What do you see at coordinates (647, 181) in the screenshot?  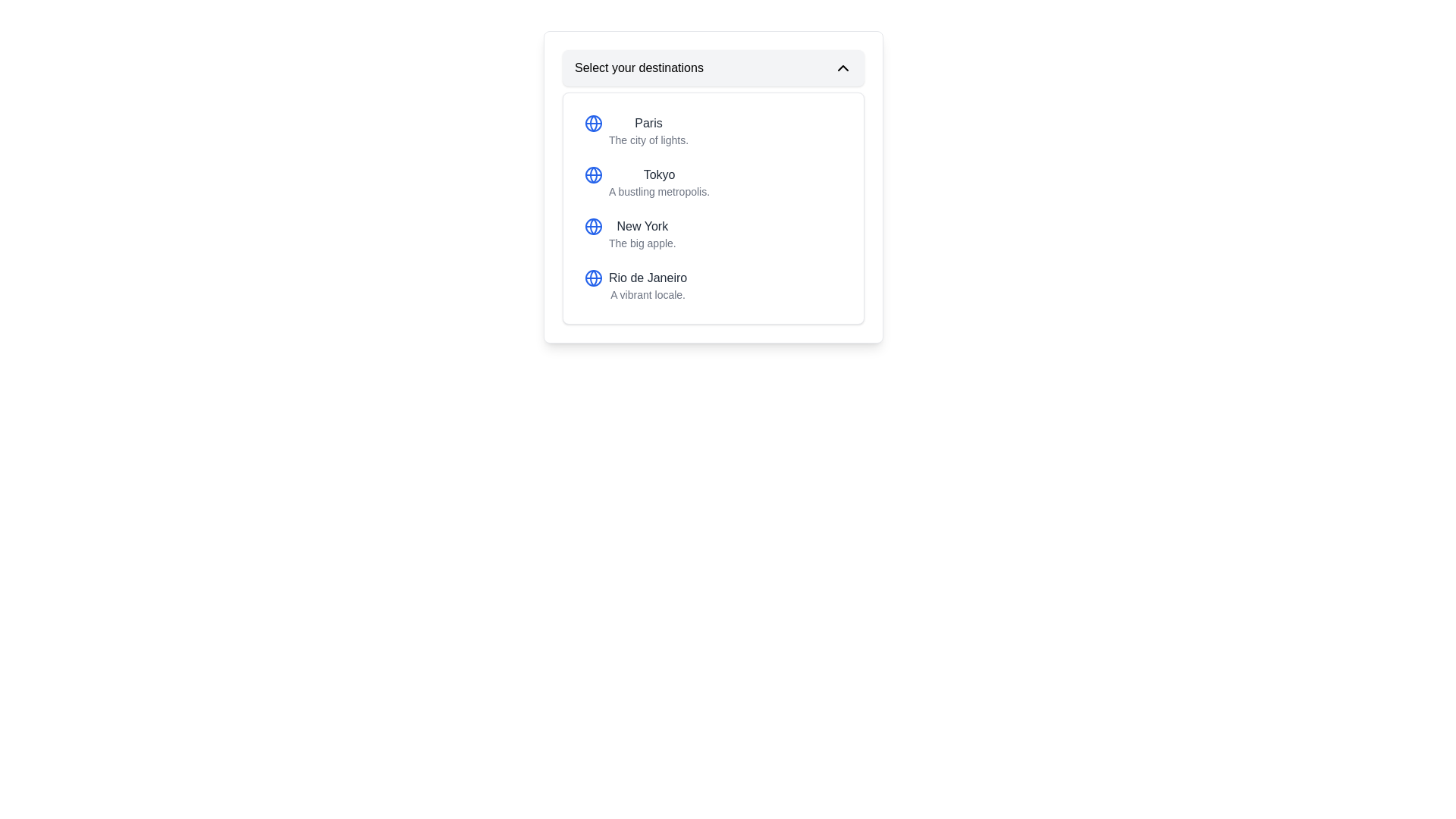 I see `the 'Tokyo' list item` at bounding box center [647, 181].